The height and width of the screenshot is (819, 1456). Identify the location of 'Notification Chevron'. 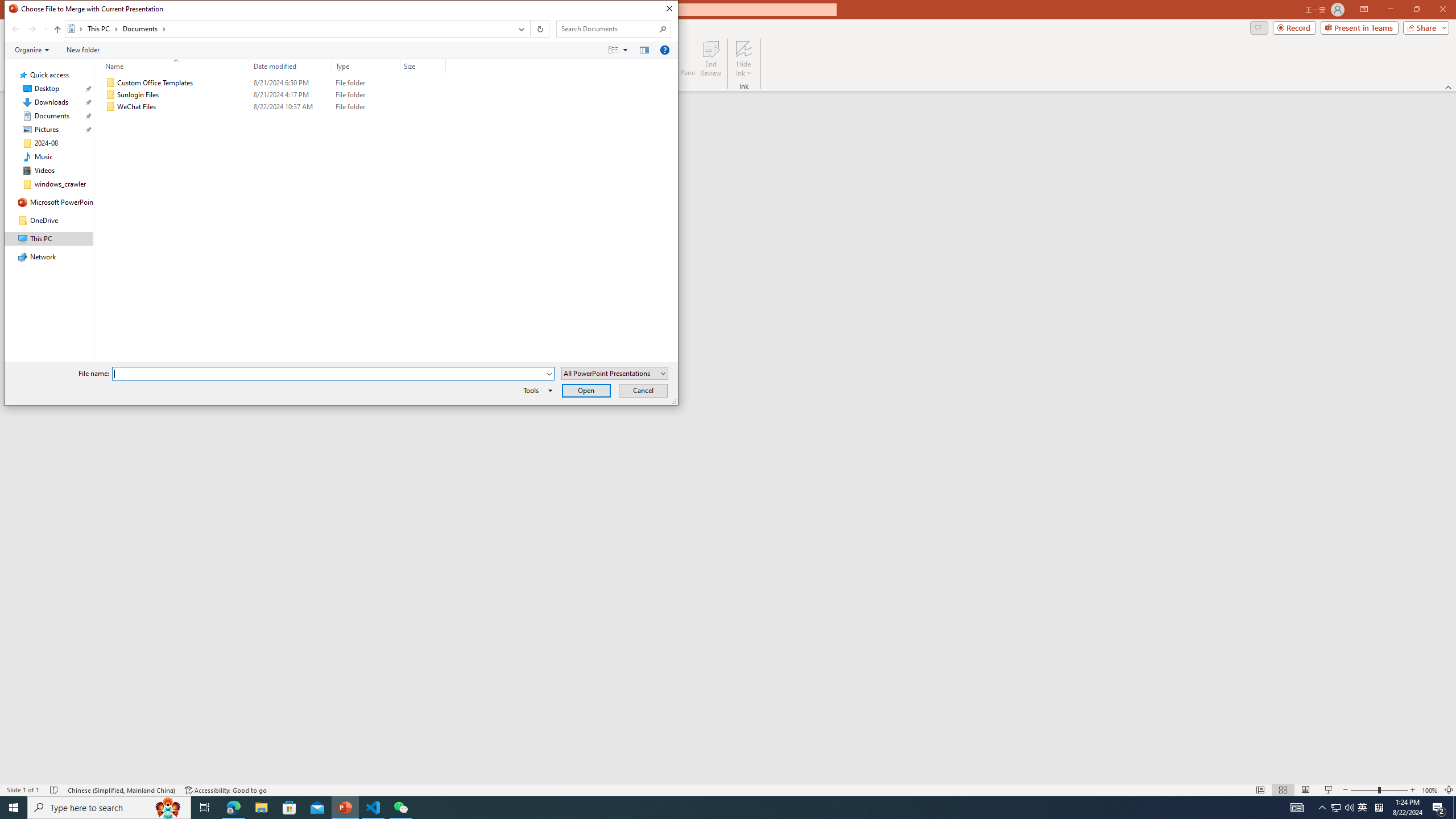
(1322, 806).